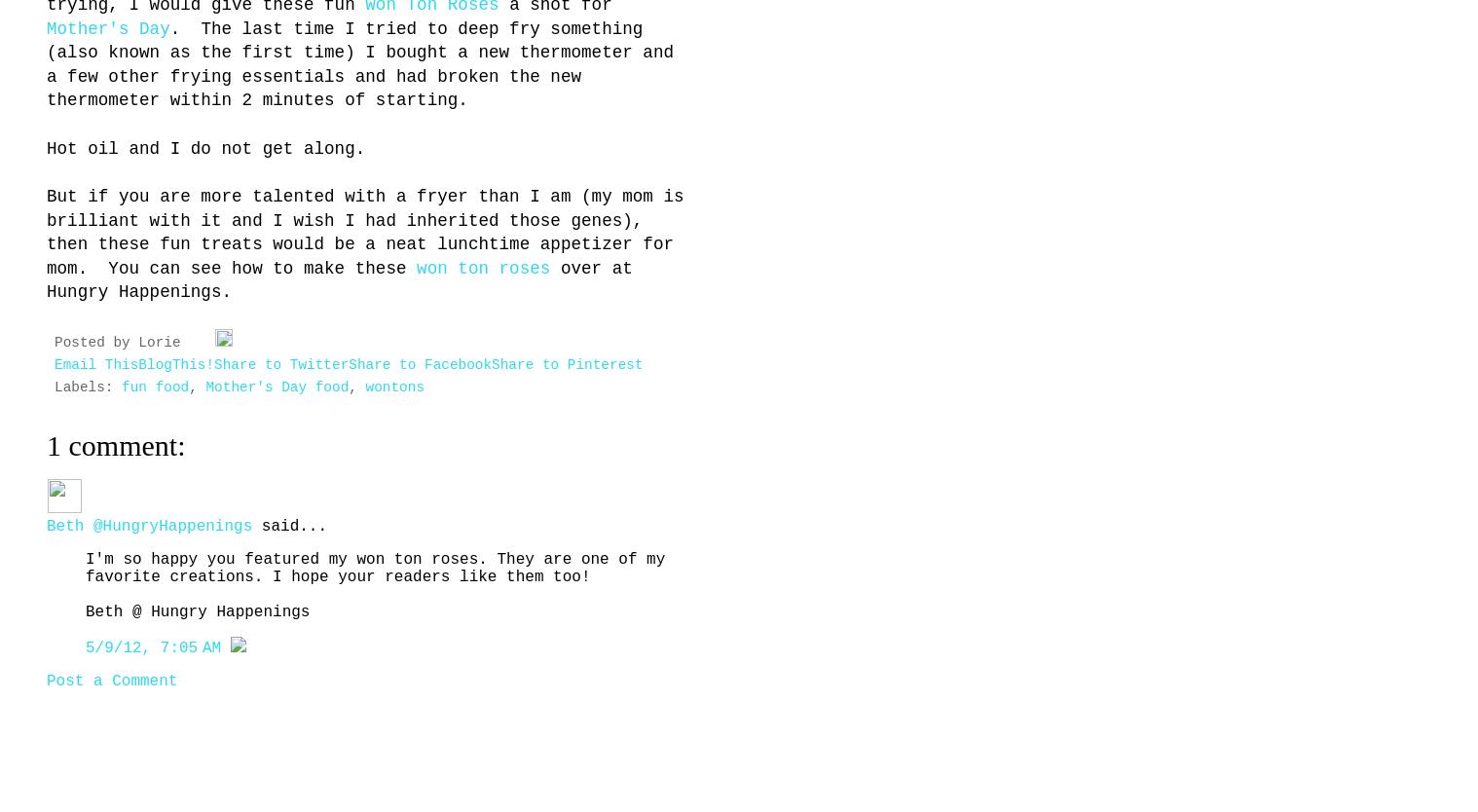 This screenshot has height=812, width=1478. I want to click on '.  The last time I tried to deep fry something (also known as the first time) I bought a new thermometer and a few other frying essentials and had broken the new thermometer within 2 minutes of starting.', so click(358, 63).